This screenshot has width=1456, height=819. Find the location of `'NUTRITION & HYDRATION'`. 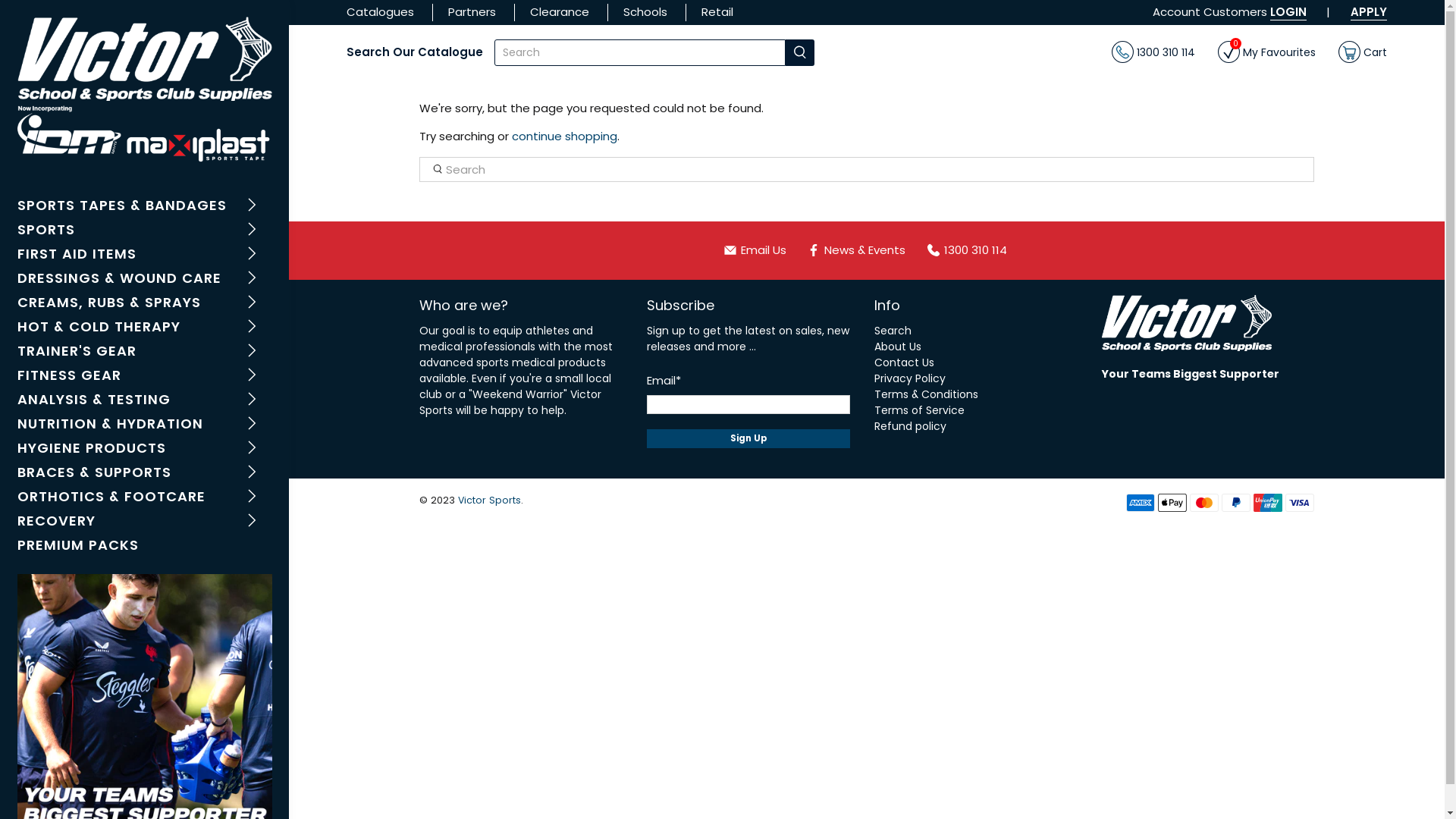

'NUTRITION & HYDRATION' is located at coordinates (144, 425).